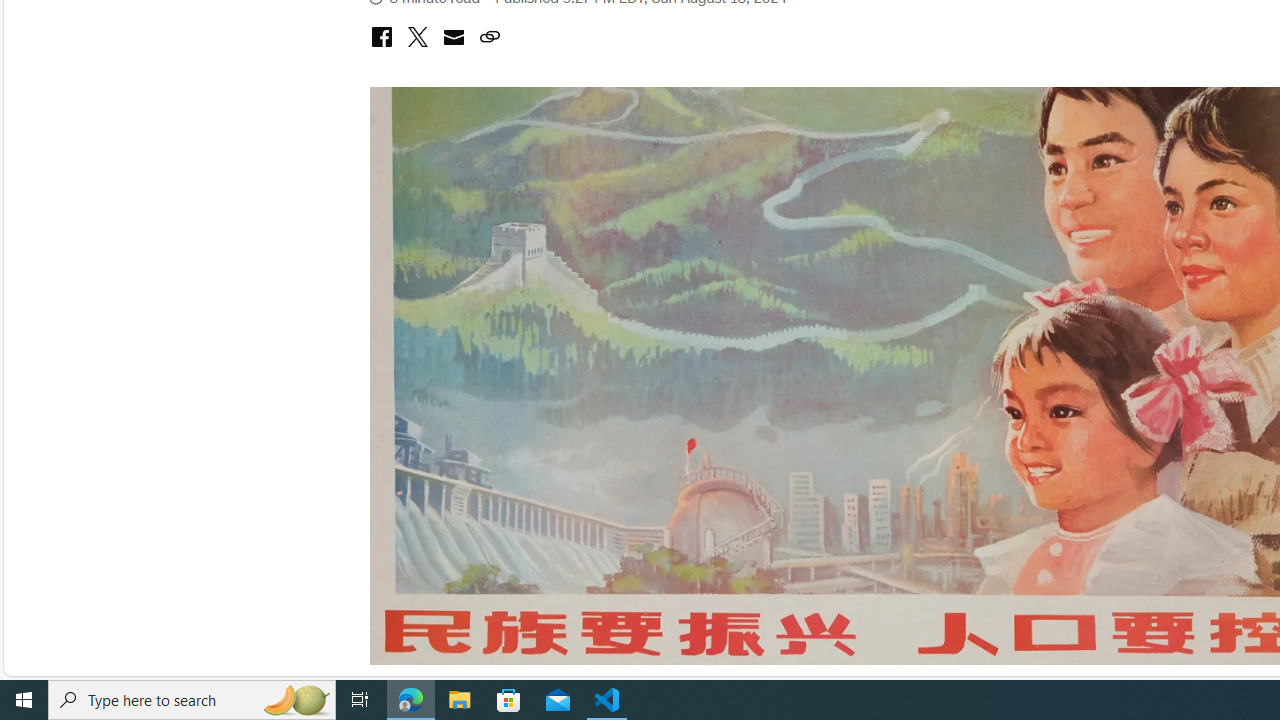  Describe the element at coordinates (381, 38) in the screenshot. I see `'share with facebook'` at that location.